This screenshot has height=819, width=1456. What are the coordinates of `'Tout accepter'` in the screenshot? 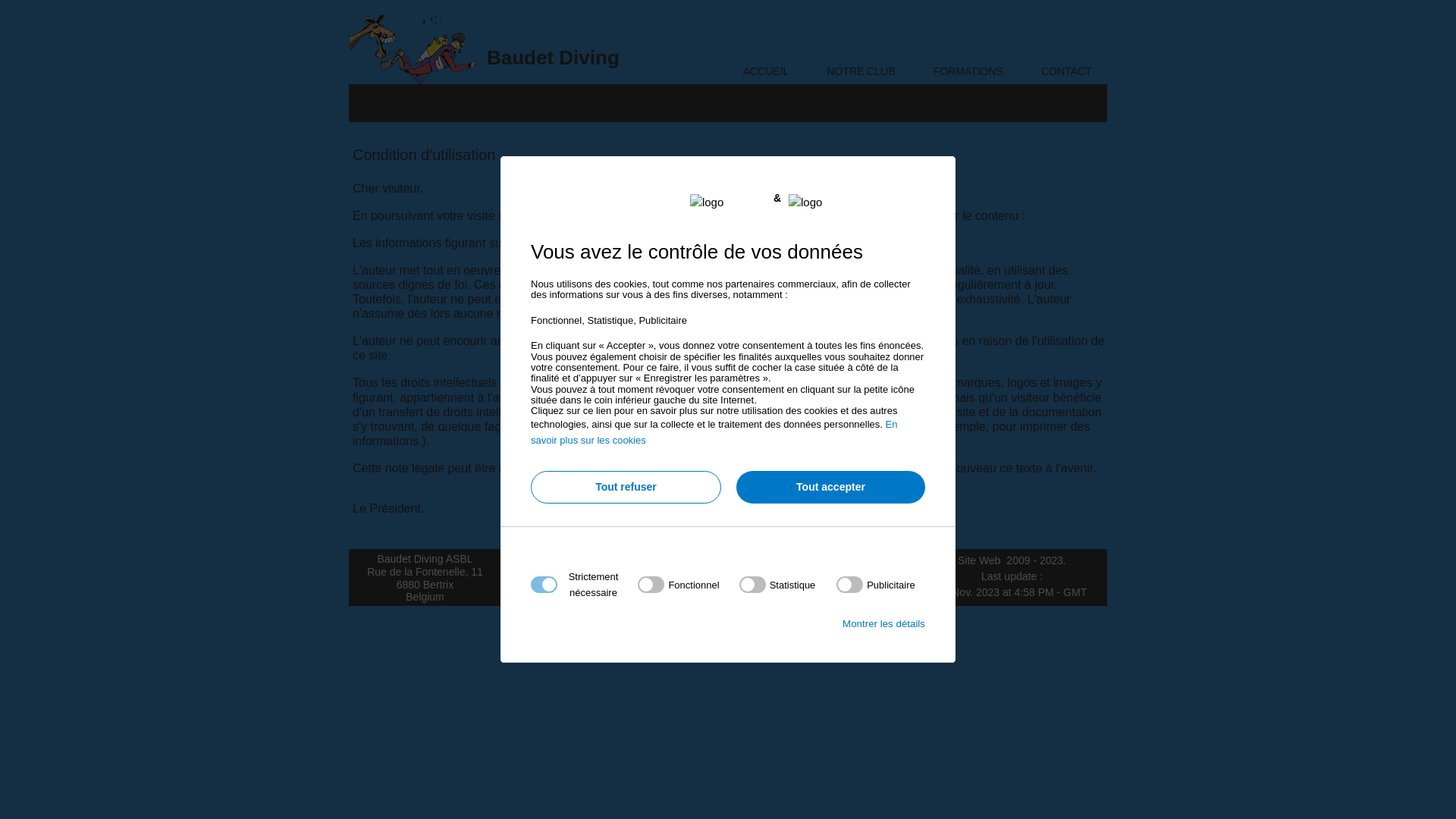 It's located at (830, 487).